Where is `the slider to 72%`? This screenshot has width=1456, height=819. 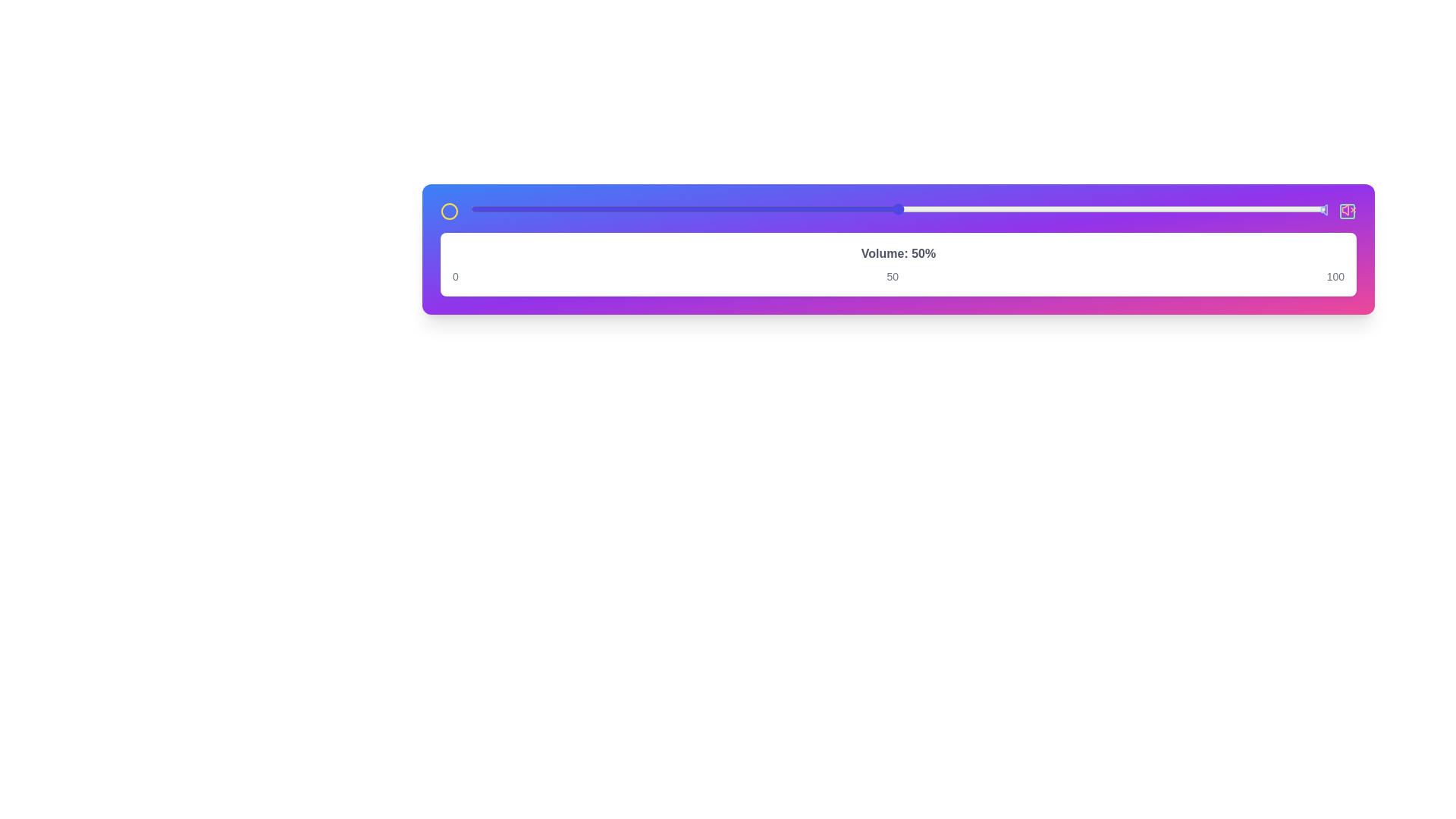
the slider to 72% is located at coordinates (1086, 209).